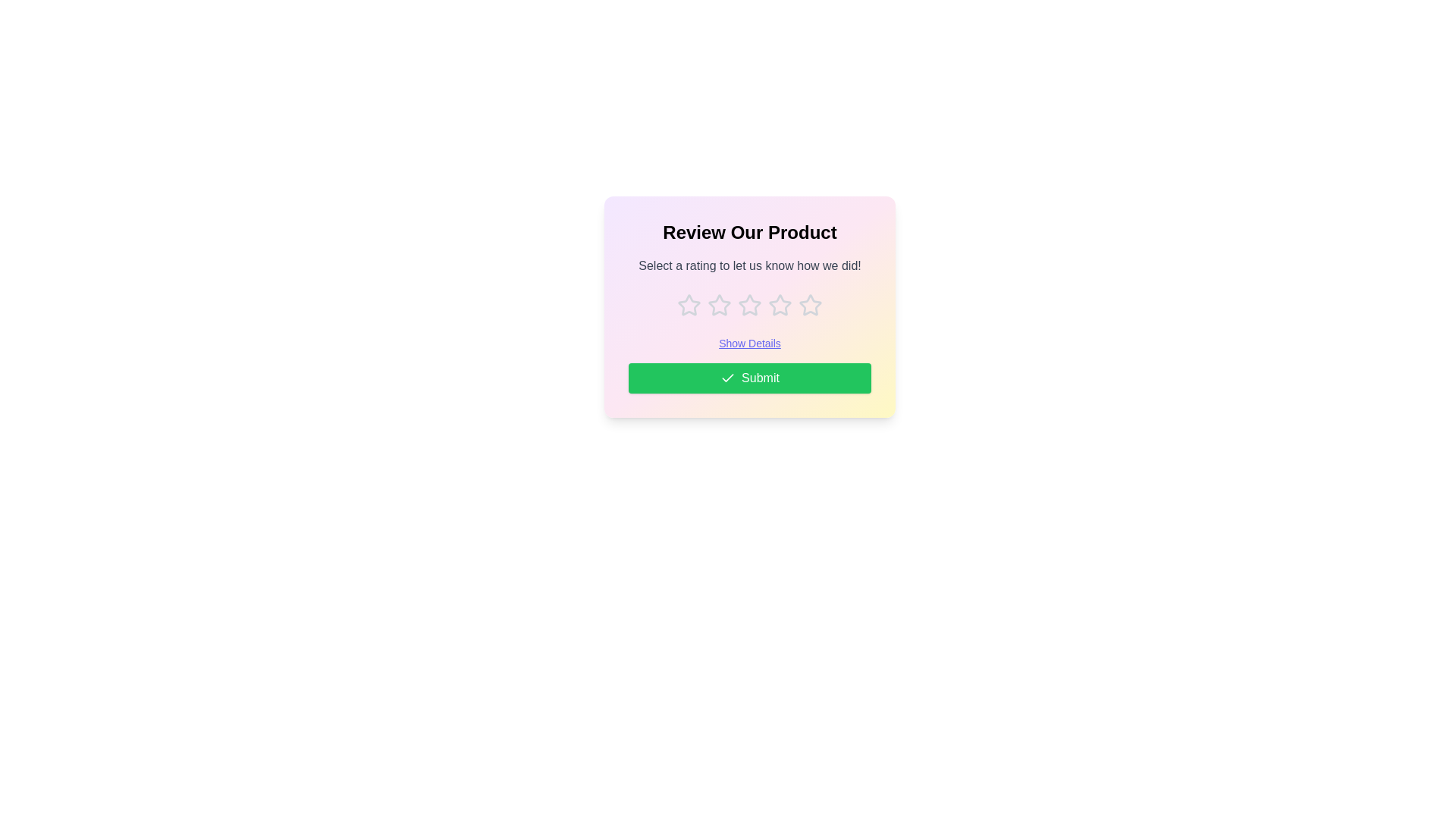 Image resolution: width=1456 pixels, height=819 pixels. Describe the element at coordinates (749, 377) in the screenshot. I see `the submit button to submit the selected rating` at that location.